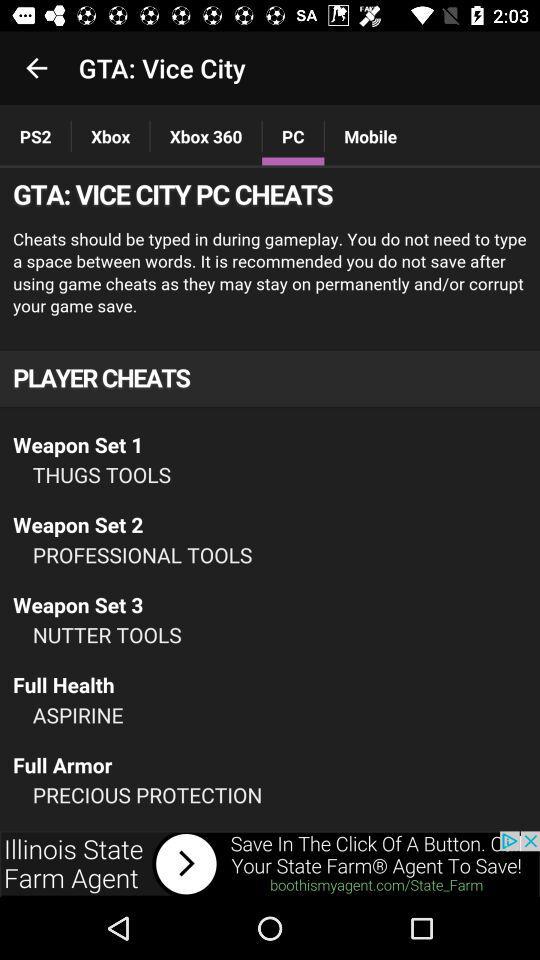 This screenshot has height=960, width=540. I want to click on advertisement page, so click(270, 863).